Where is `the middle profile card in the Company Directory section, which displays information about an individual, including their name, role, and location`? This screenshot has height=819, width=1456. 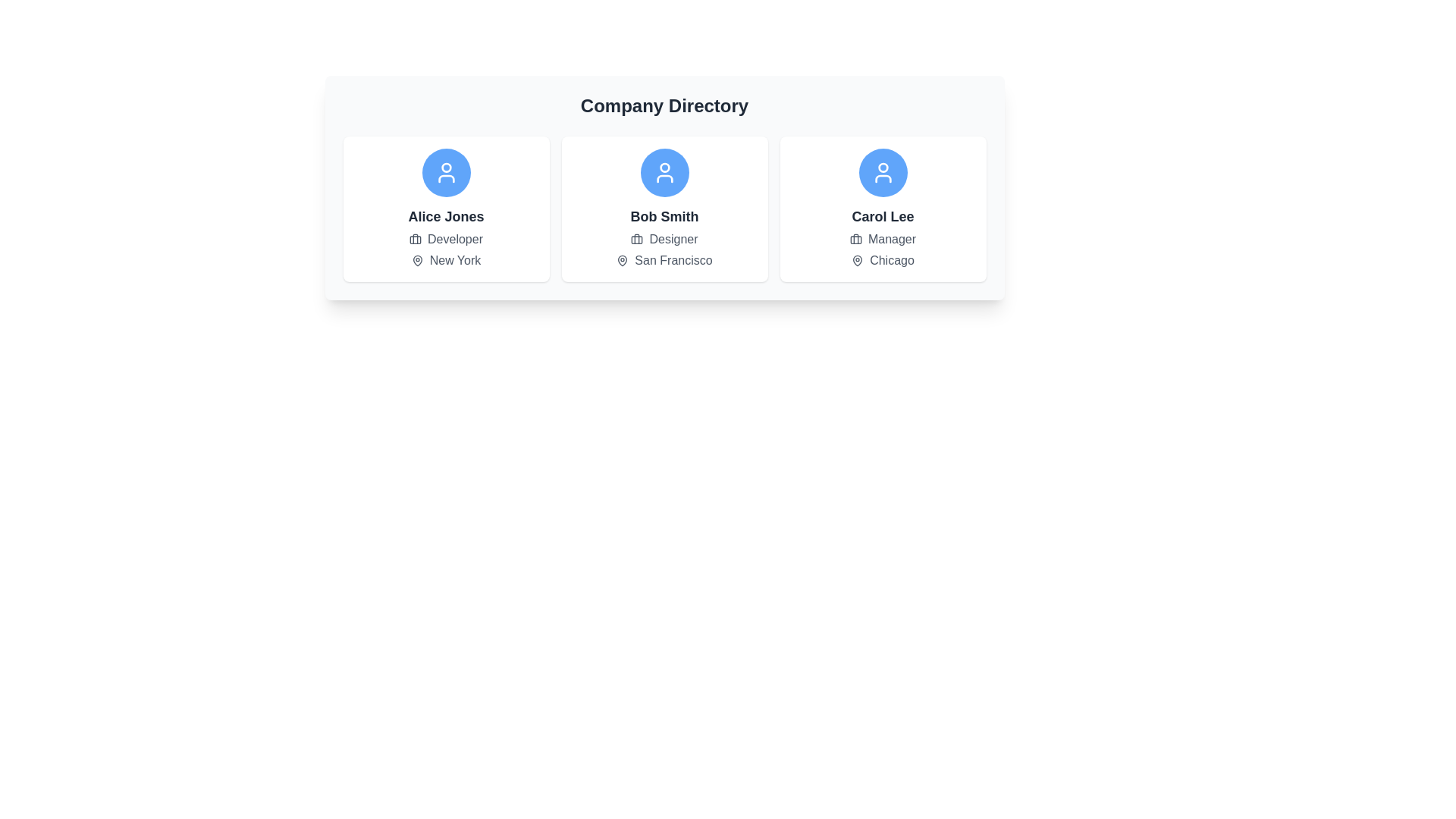 the middle profile card in the Company Directory section, which displays information about an individual, including their name, role, and location is located at coordinates (664, 209).